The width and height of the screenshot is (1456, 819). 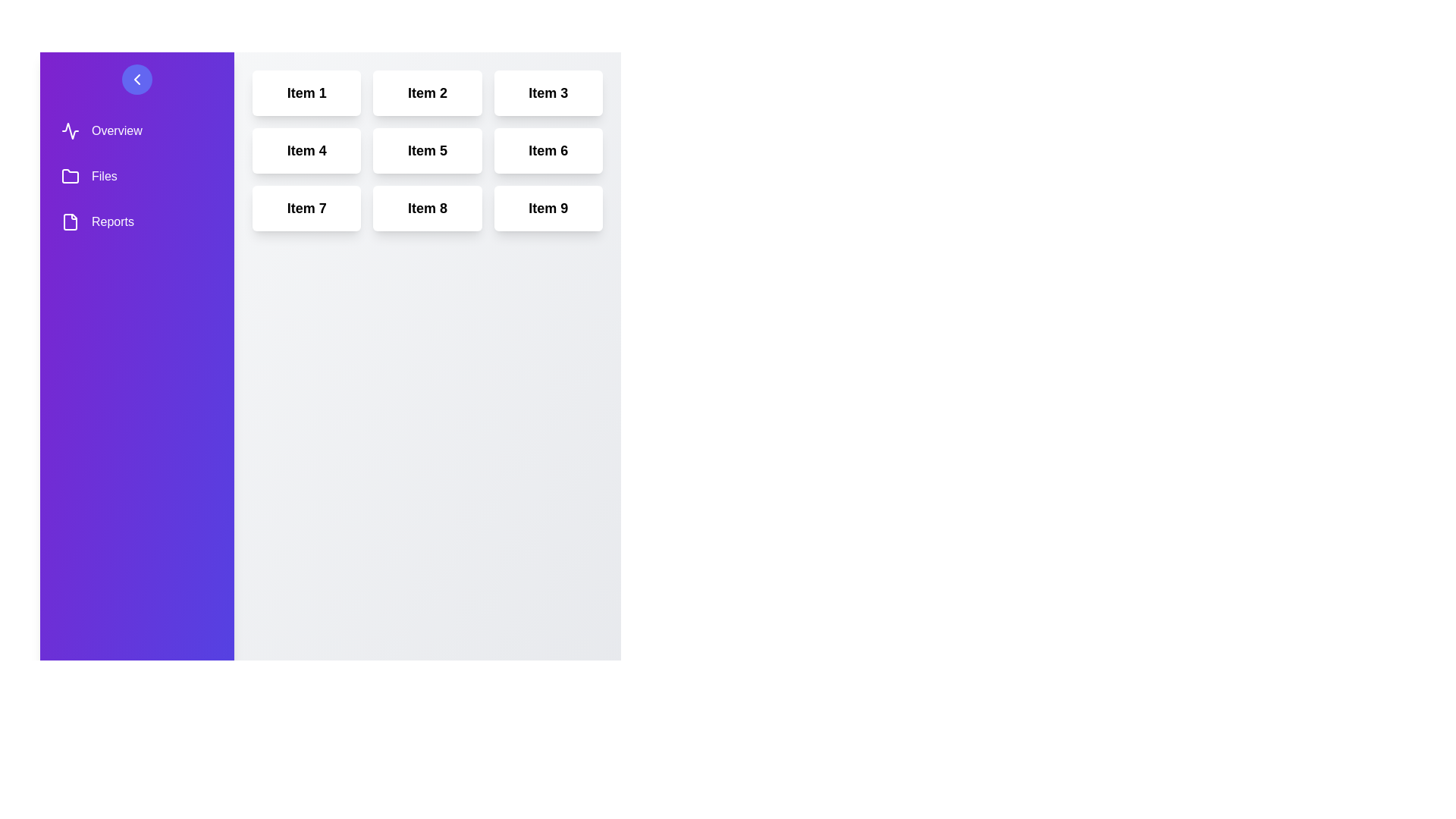 What do you see at coordinates (137, 222) in the screenshot?
I see `the sidebar menu item corresponding to Reports` at bounding box center [137, 222].